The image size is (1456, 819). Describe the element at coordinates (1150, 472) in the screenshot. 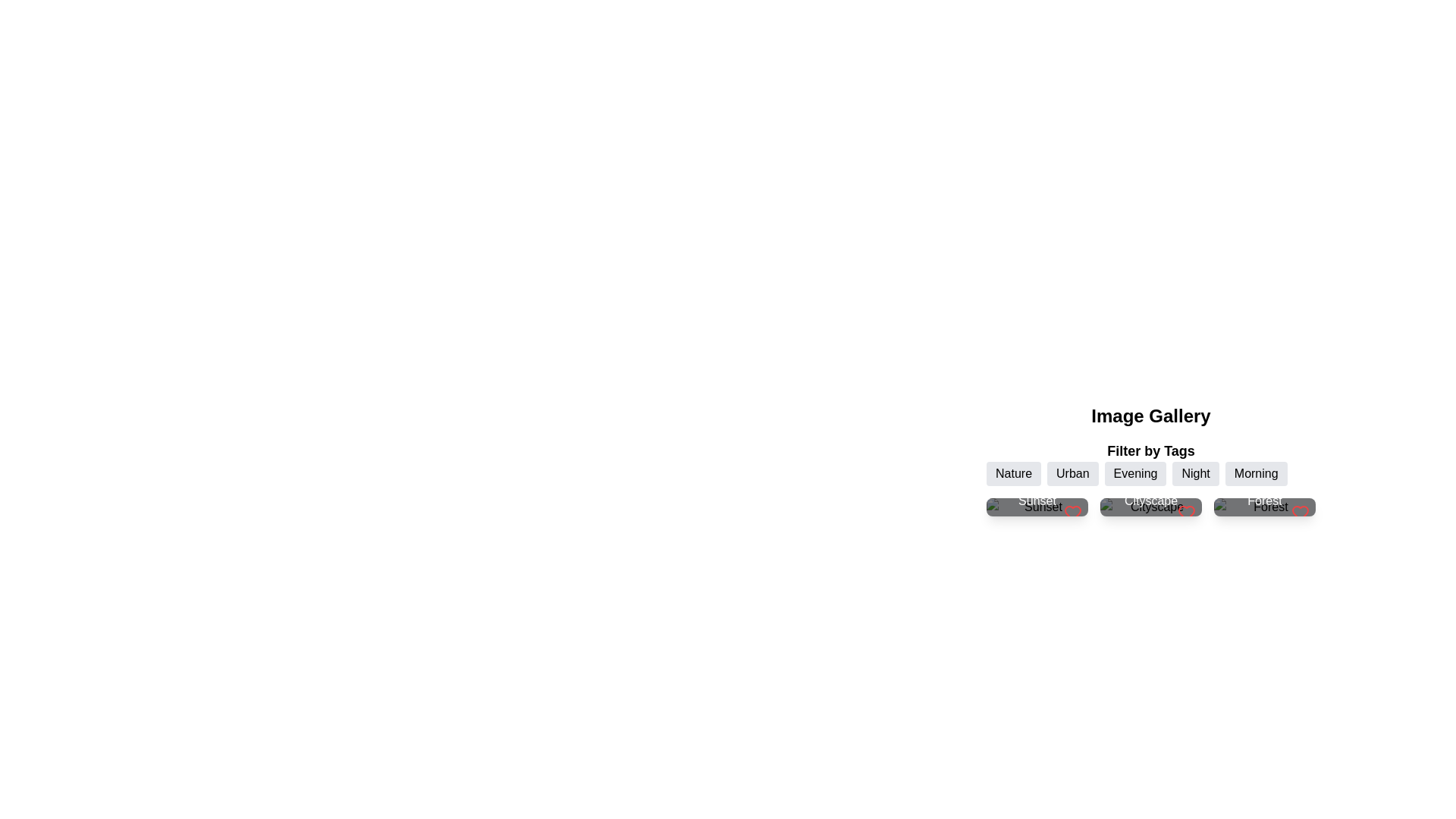

I see `the 'Evening' button with a light gray background and rounded edges, located below the heading 'Filter by Tags' to apply the 'Evening' filter` at that location.